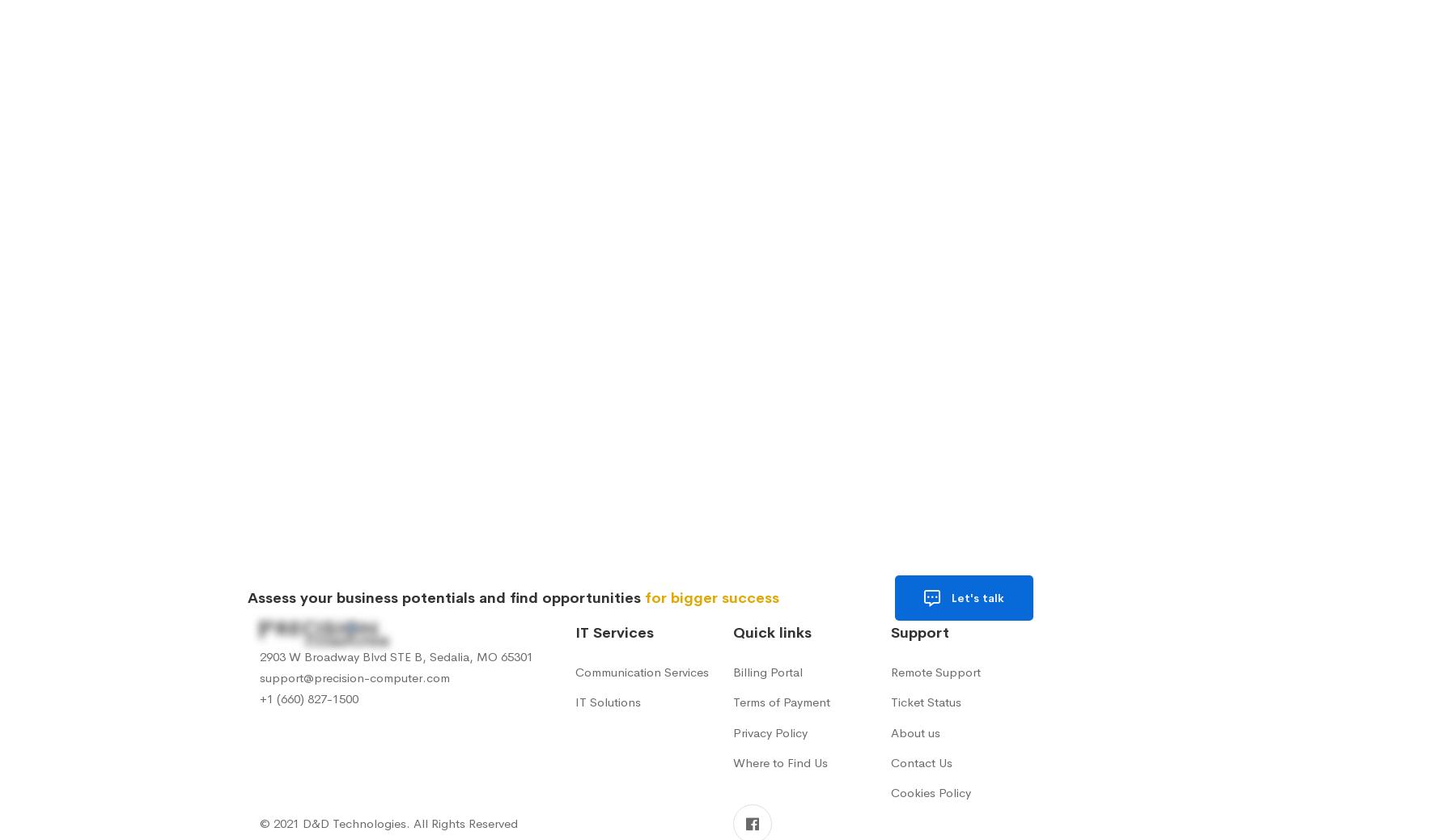 The image size is (1442, 840). Describe the element at coordinates (608, 702) in the screenshot. I see `'IT Solutions'` at that location.